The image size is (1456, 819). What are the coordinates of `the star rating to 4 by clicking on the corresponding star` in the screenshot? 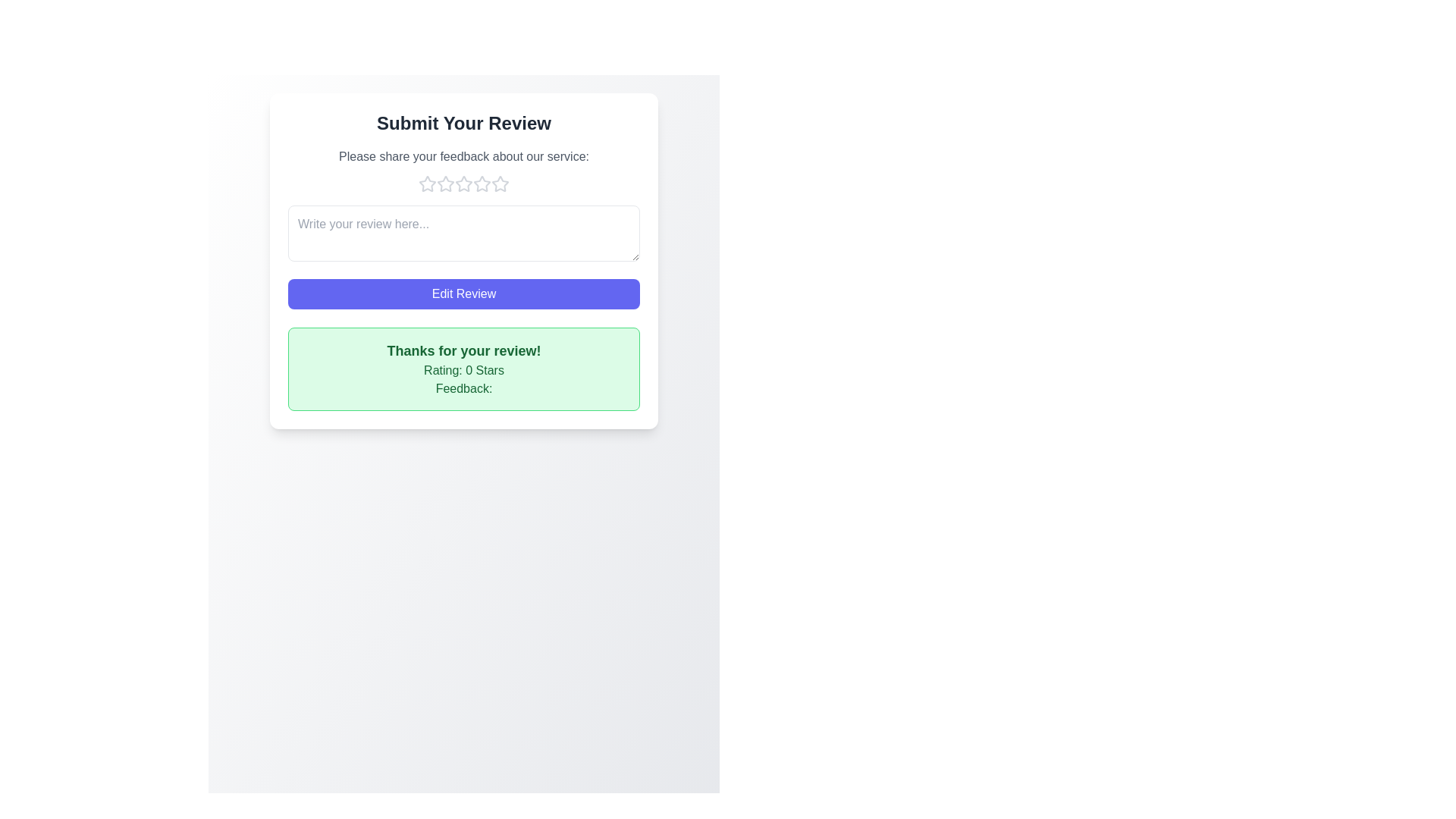 It's located at (481, 184).